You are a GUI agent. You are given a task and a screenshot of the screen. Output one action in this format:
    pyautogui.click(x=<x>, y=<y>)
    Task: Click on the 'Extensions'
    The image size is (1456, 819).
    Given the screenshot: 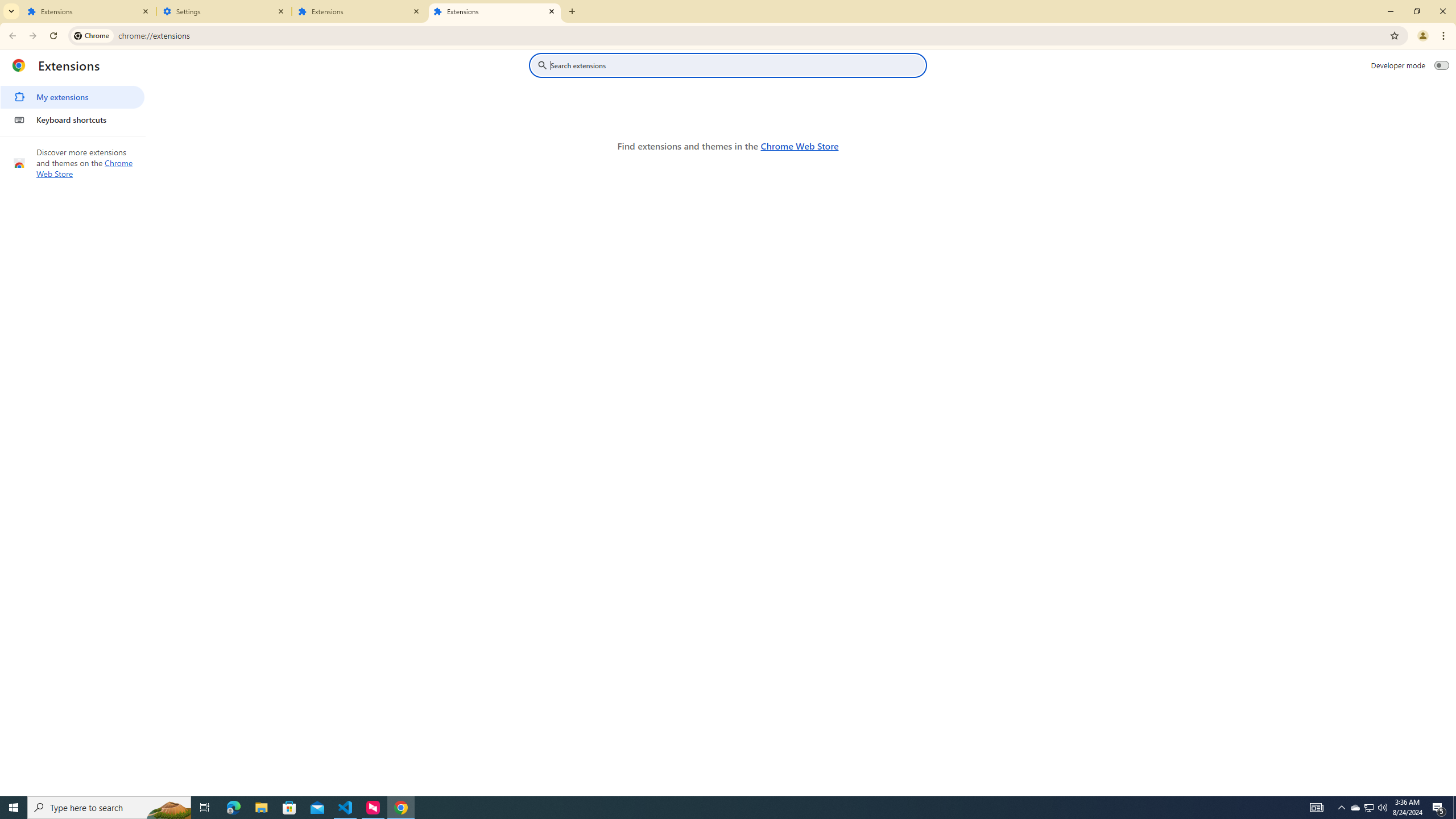 What is the action you would take?
    pyautogui.click(x=494, y=11)
    